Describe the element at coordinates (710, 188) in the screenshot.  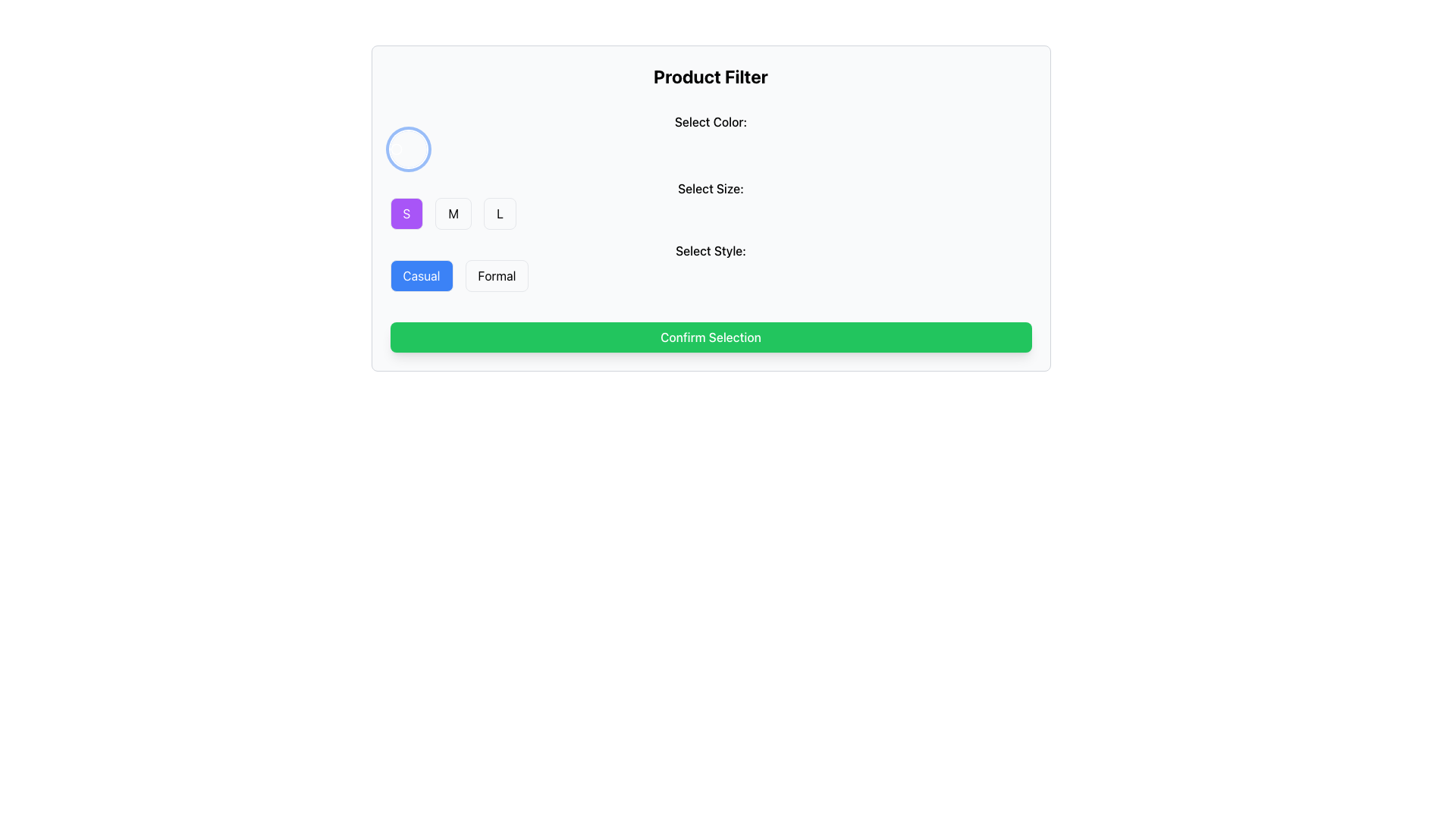
I see `the text label 'Select Size:' which is positioned above the size options buttons 'S', 'M', 'L'` at that location.